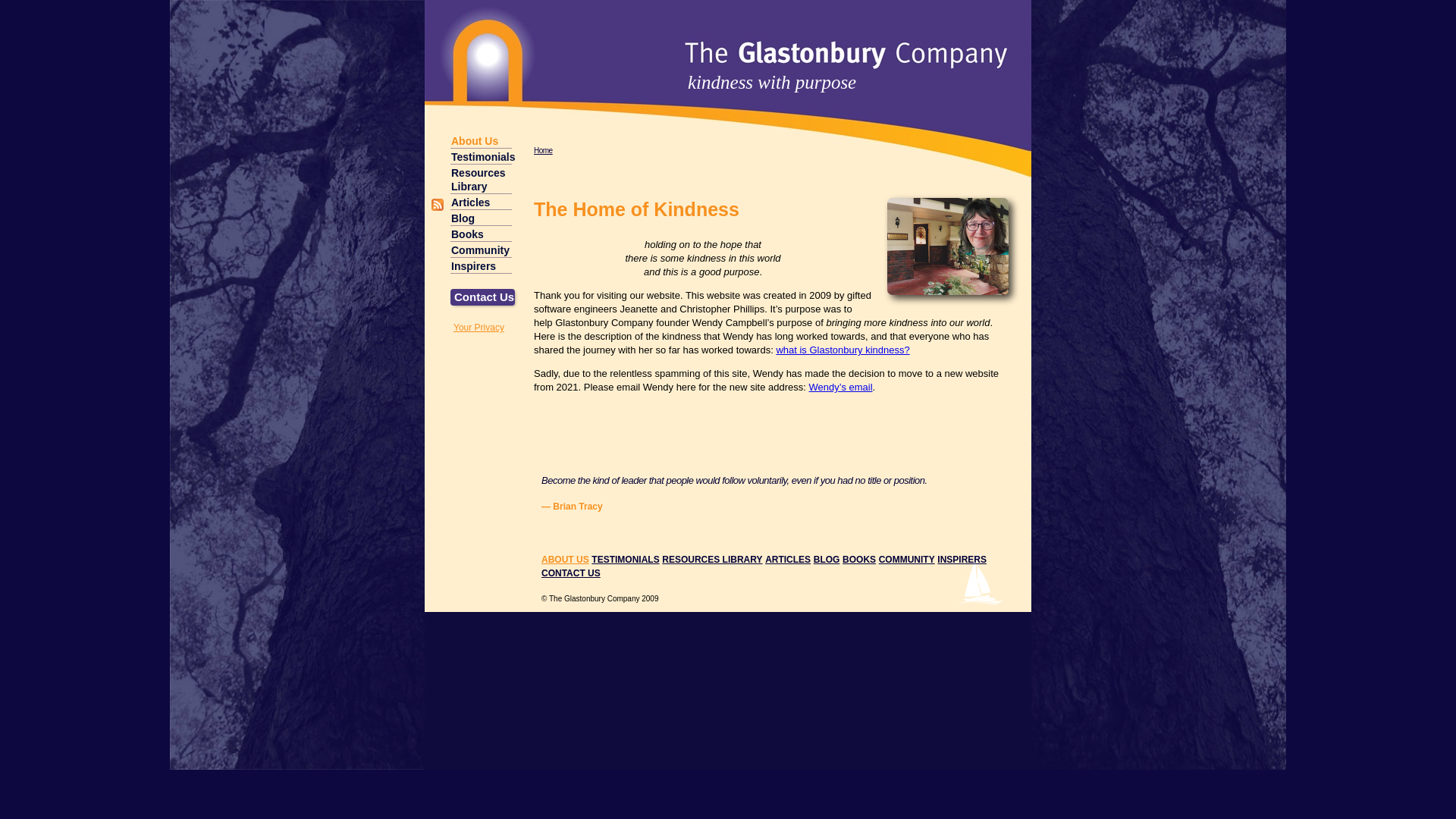 Image resolution: width=1456 pixels, height=819 pixels. Describe the element at coordinates (453, 327) in the screenshot. I see `'Your Privacy'` at that location.